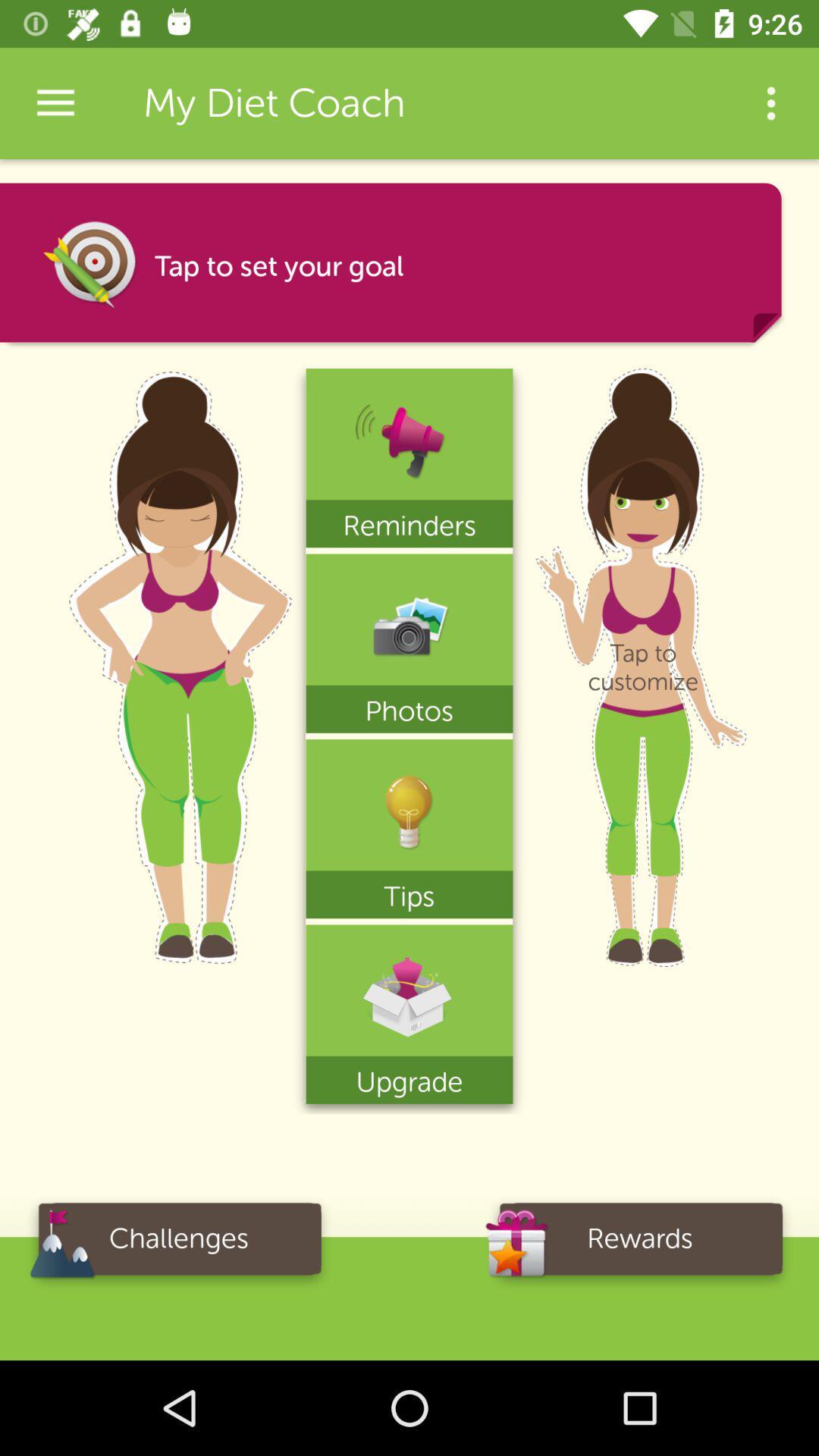 This screenshot has width=819, height=1456. What do you see at coordinates (640, 1244) in the screenshot?
I see `the rewards at the bottom right corner` at bounding box center [640, 1244].